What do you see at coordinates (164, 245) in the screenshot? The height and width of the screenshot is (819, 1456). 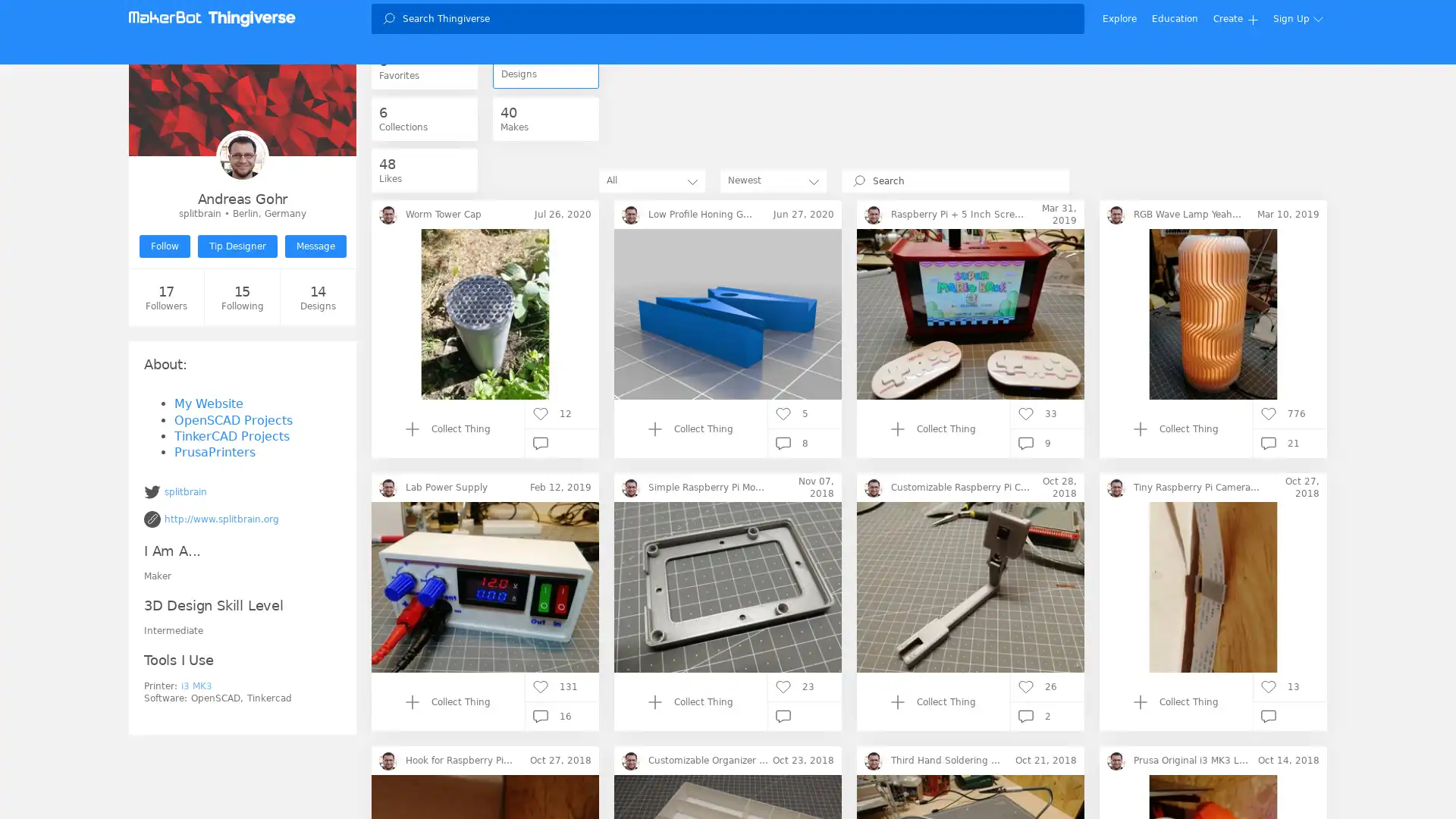 I see `Follow` at bounding box center [164, 245].